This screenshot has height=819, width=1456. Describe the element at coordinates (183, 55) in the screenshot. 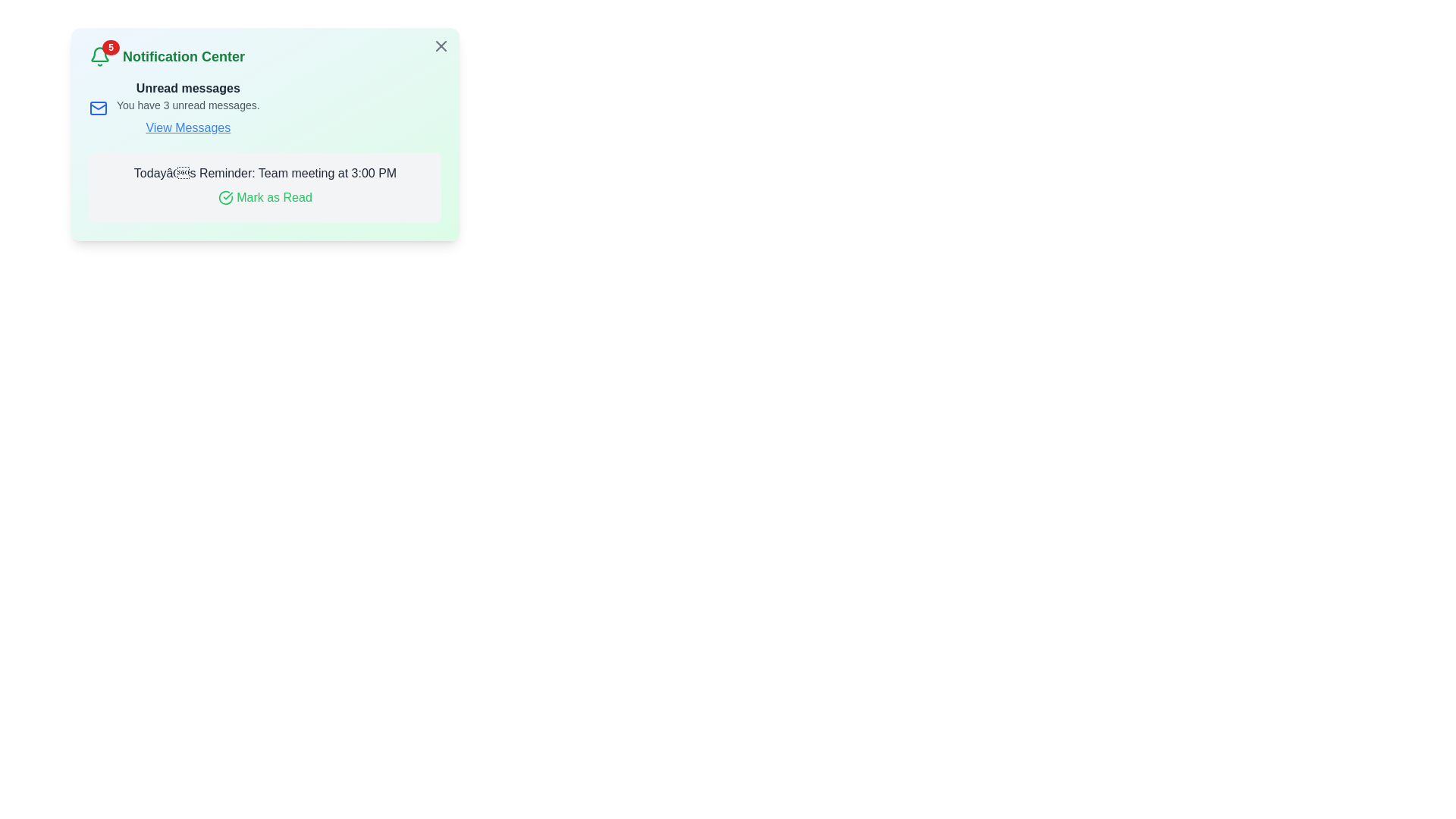

I see `the static text element that serves as the title of the notification panel, located to the right of the bell icon with a red notification badge` at that location.